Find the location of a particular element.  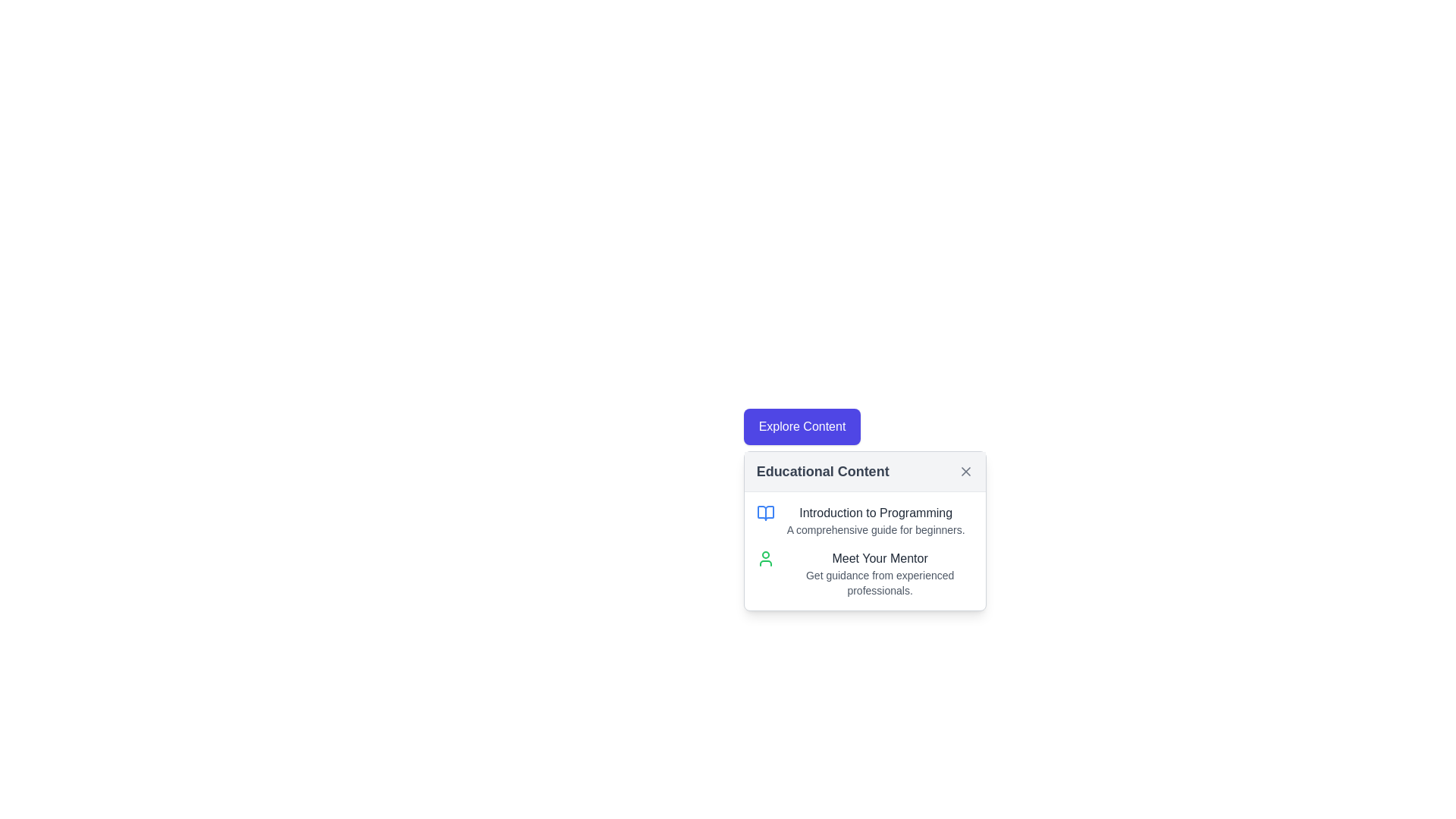

the 'Educational Content' text label in the header of the content card is located at coordinates (822, 470).